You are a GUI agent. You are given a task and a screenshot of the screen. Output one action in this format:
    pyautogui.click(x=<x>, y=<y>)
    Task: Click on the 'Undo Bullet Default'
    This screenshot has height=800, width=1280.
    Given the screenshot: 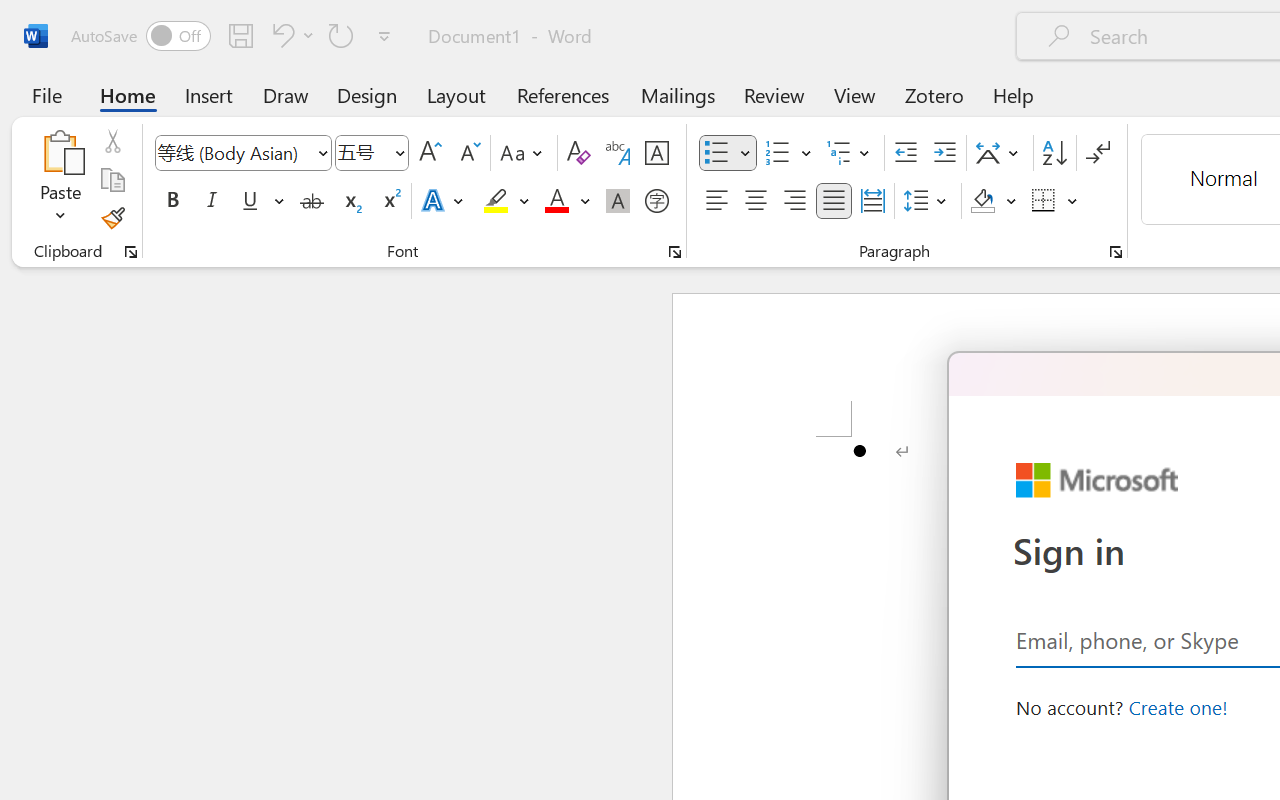 What is the action you would take?
    pyautogui.click(x=279, y=34)
    